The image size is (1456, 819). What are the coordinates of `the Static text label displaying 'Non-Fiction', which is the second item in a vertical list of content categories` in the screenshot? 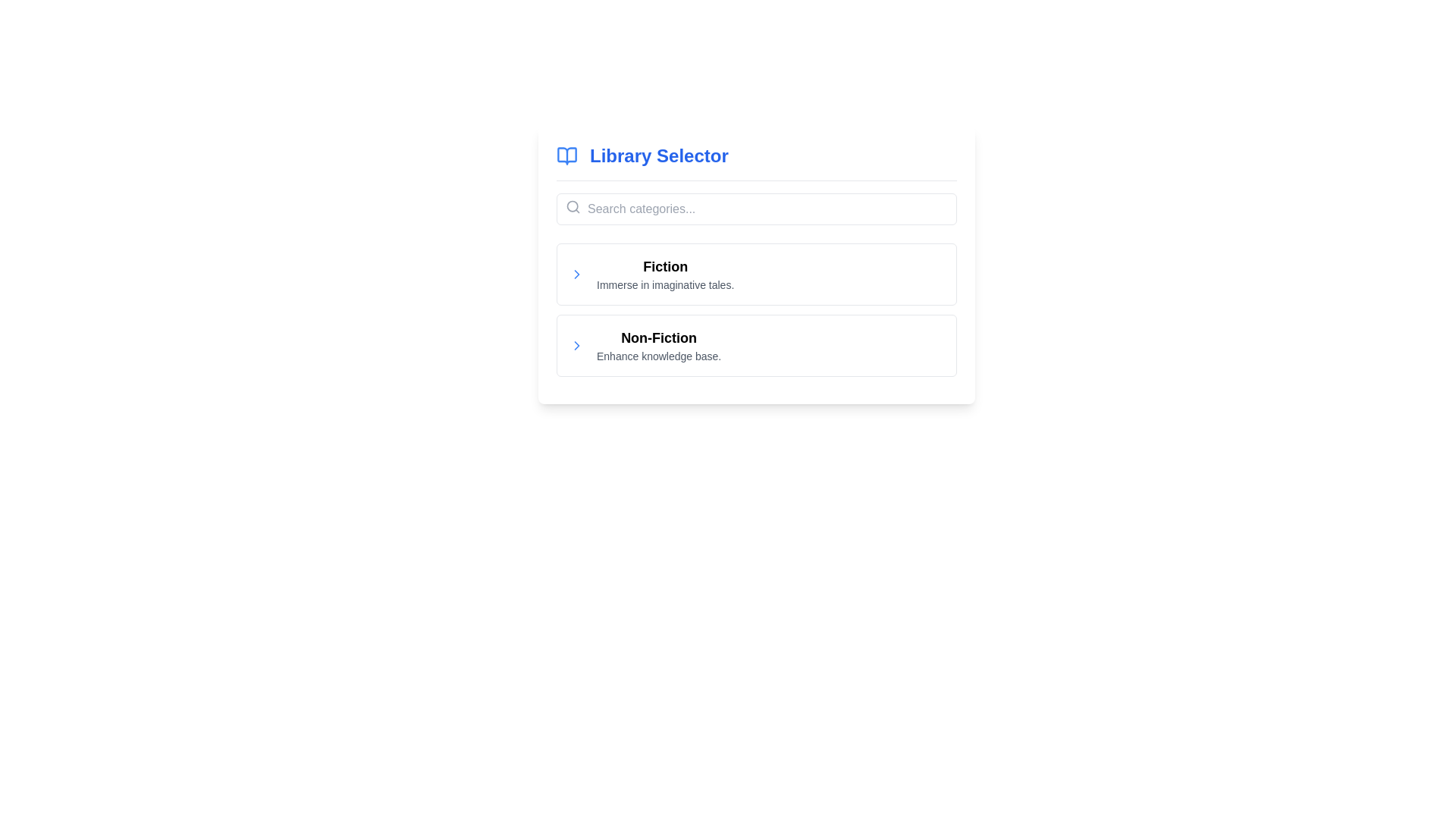 It's located at (659, 337).